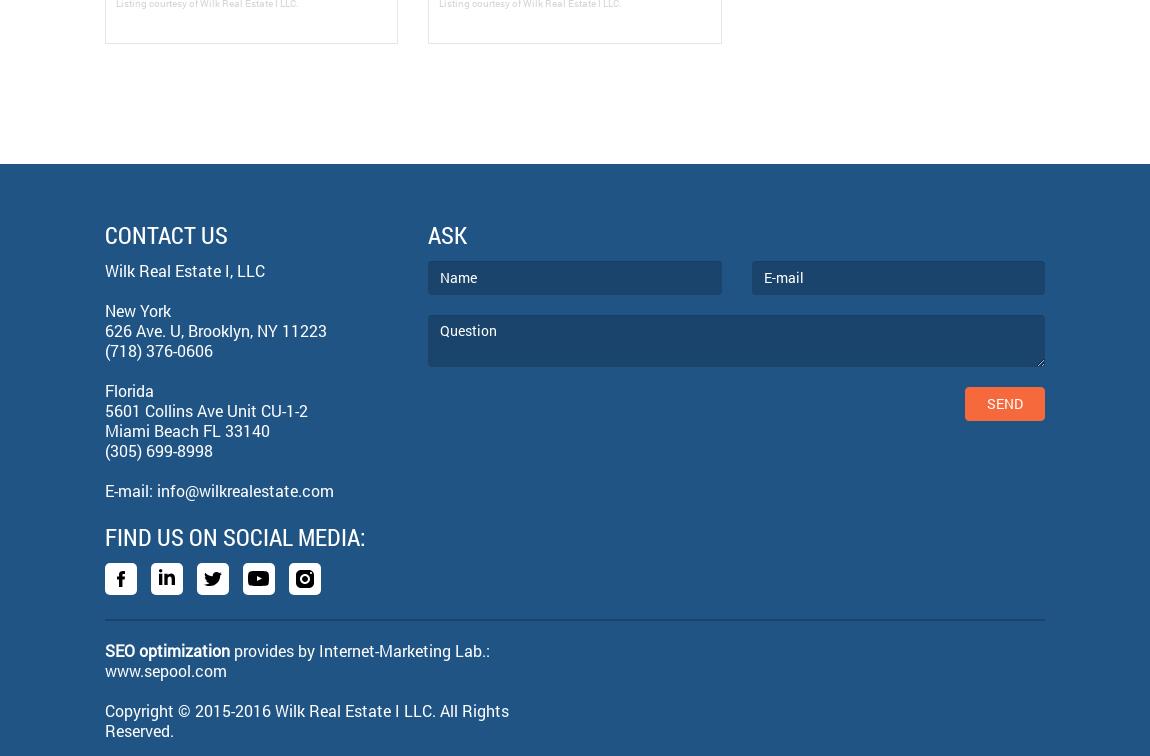 This screenshot has height=756, width=1150. What do you see at coordinates (103, 649) in the screenshot?
I see `'SEO optimization'` at bounding box center [103, 649].